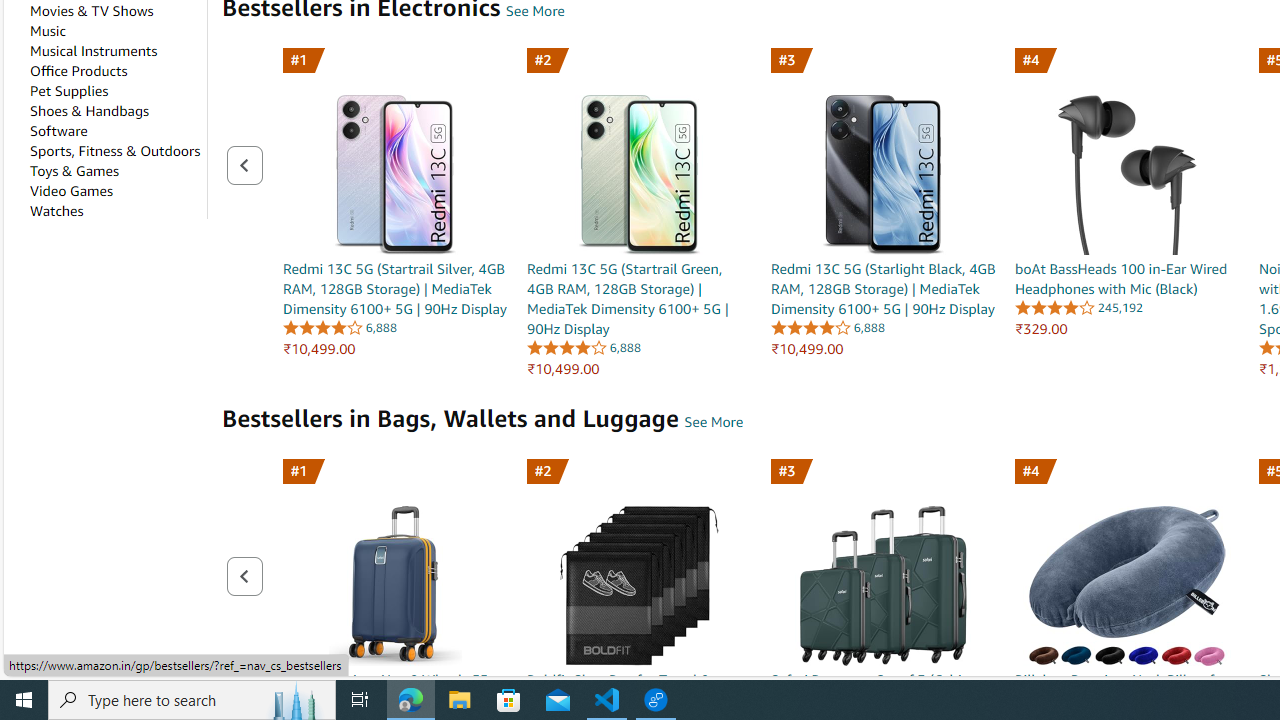  Describe the element at coordinates (90, 11) in the screenshot. I see `'Movies & TV Shows'` at that location.